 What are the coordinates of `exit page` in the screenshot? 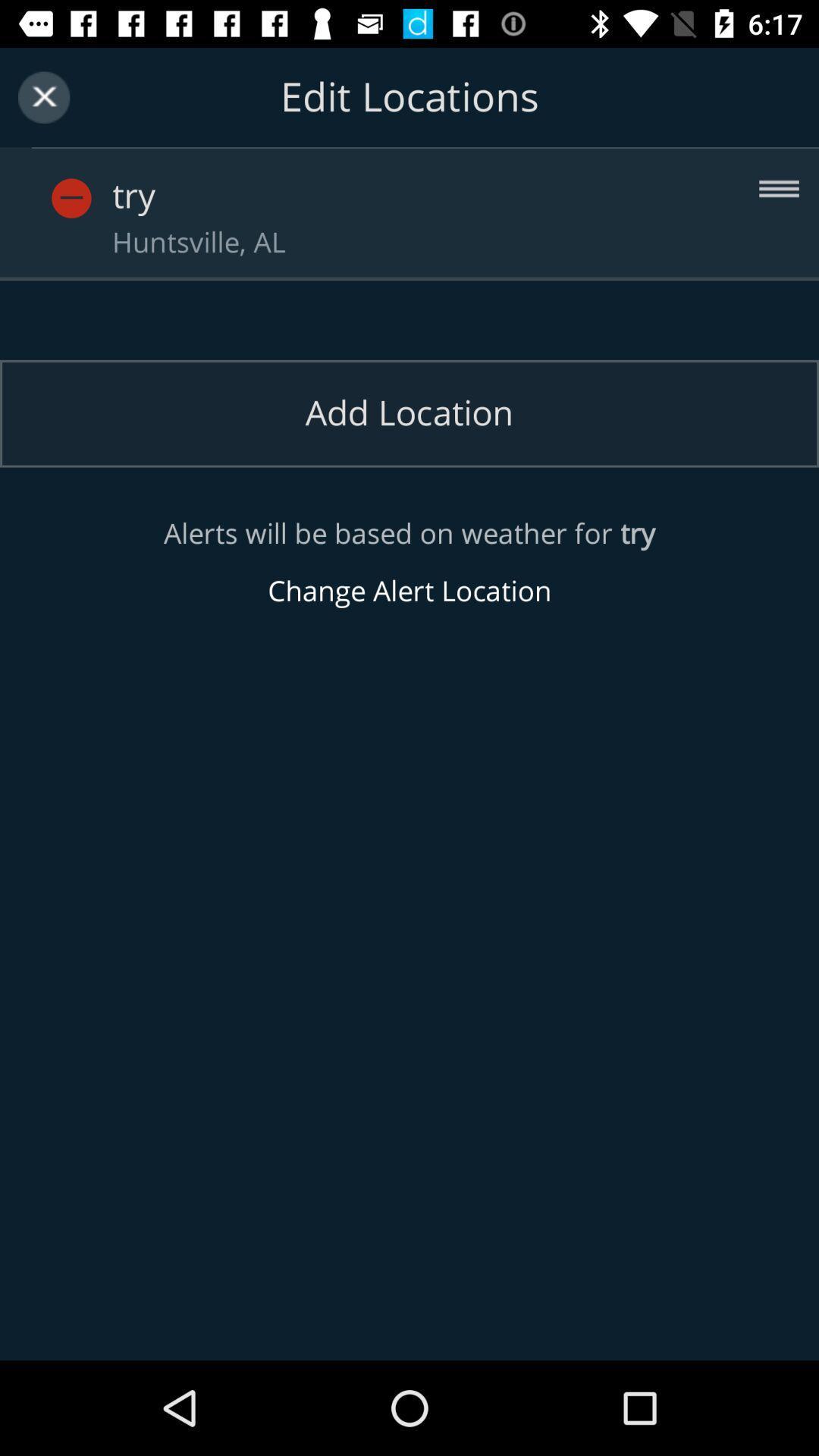 It's located at (43, 96).